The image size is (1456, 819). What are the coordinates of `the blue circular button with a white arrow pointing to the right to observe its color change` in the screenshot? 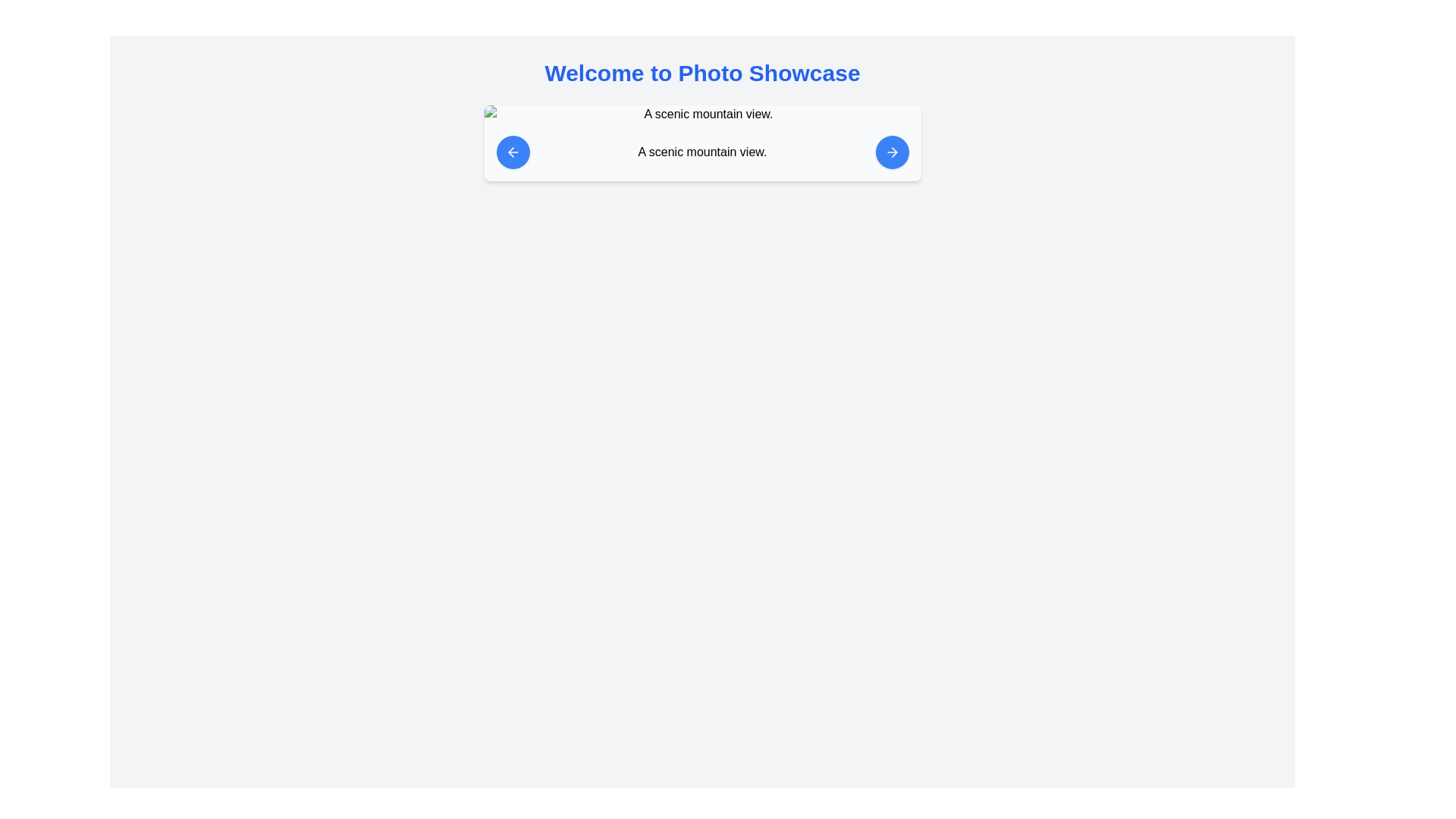 It's located at (892, 152).